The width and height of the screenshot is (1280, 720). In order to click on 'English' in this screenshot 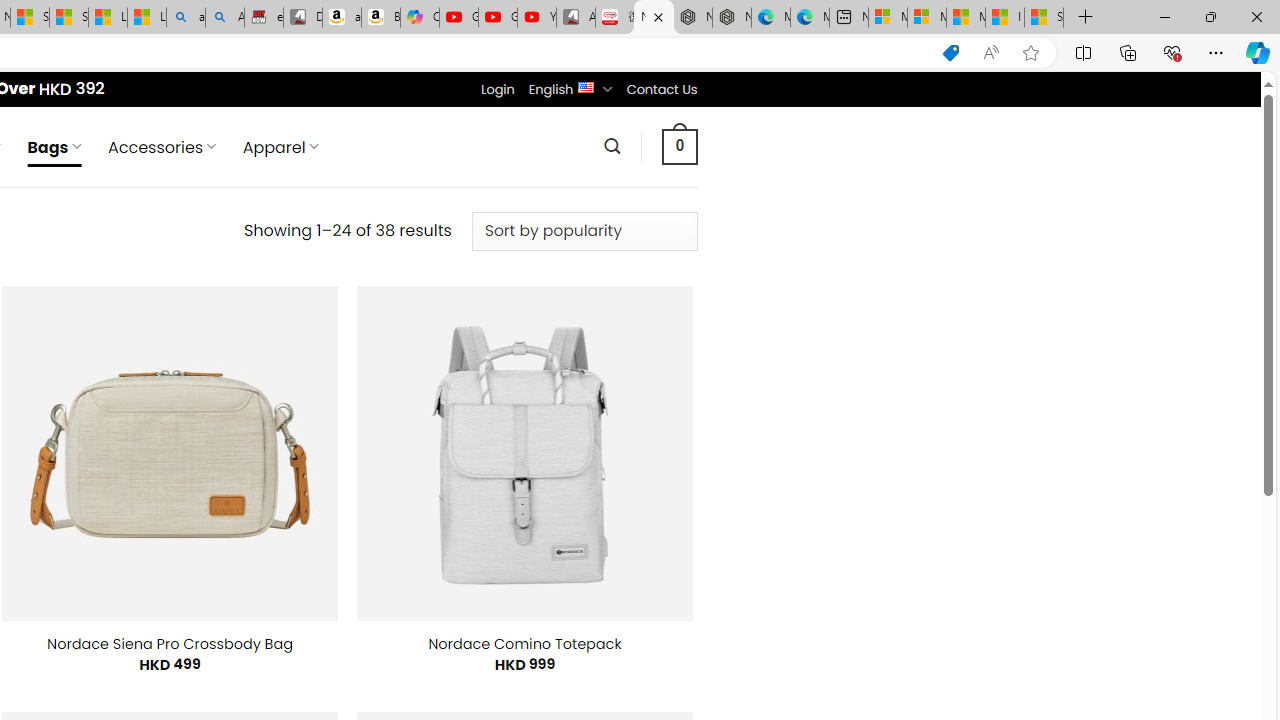, I will do `click(585, 85)`.